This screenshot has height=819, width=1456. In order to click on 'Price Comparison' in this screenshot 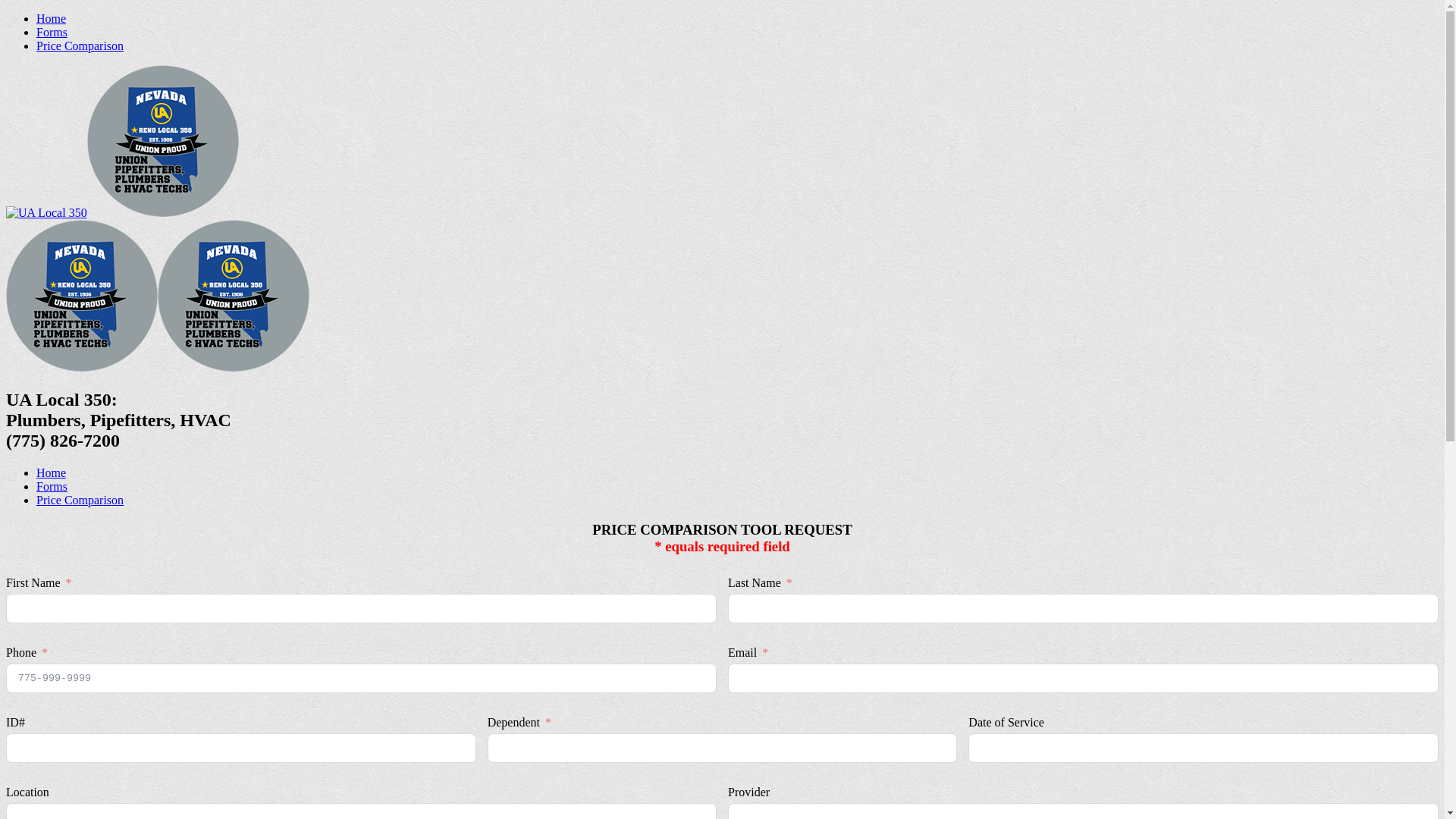, I will do `click(79, 45)`.